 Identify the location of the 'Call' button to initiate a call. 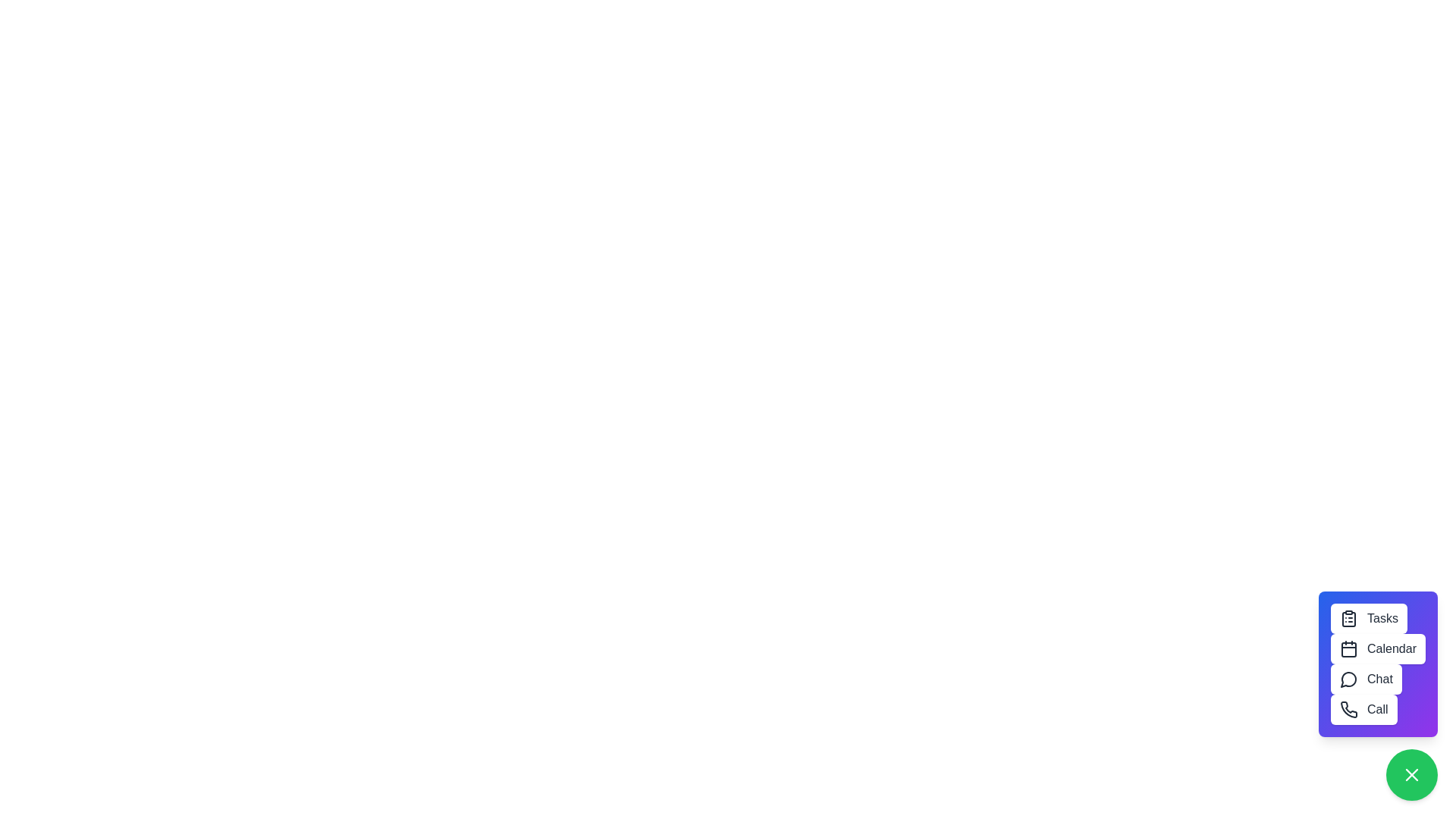
(1363, 710).